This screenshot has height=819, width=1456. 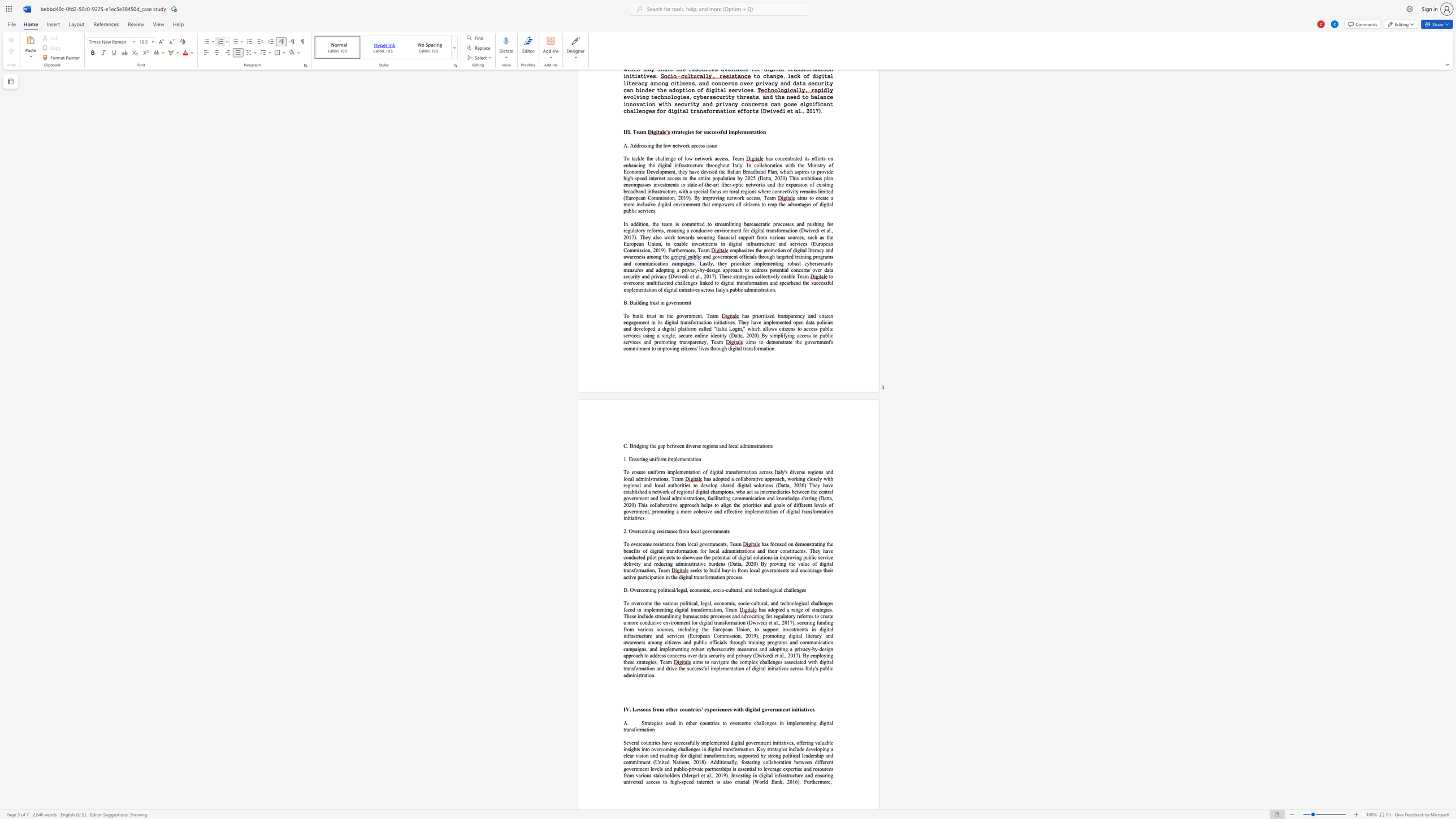 What do you see at coordinates (787, 742) in the screenshot?
I see `the 4th character "v" in the text` at bounding box center [787, 742].